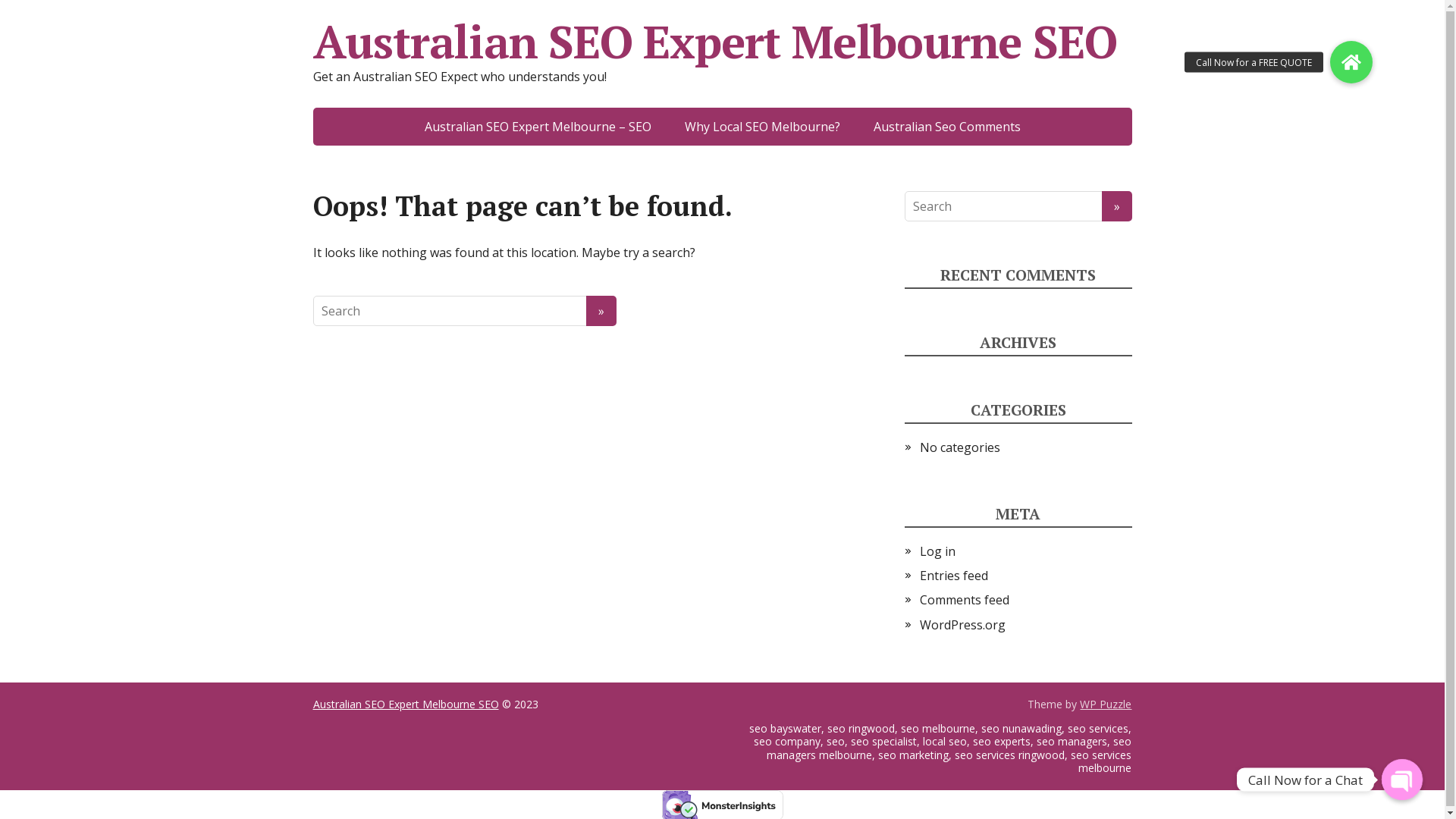 The height and width of the screenshot is (819, 1456). What do you see at coordinates (936, 551) in the screenshot?
I see `'Log in'` at bounding box center [936, 551].